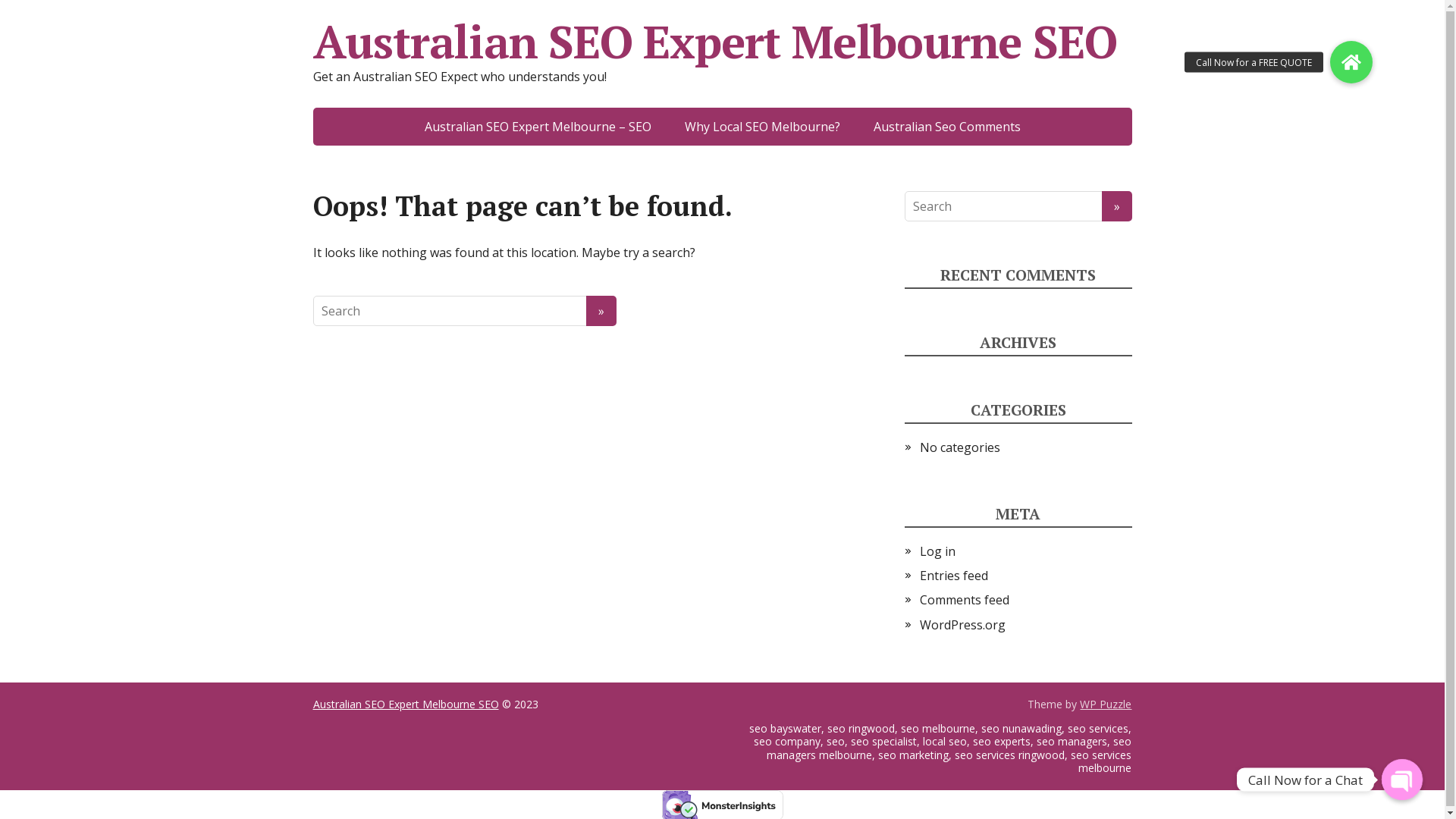 The height and width of the screenshot is (819, 1456). What do you see at coordinates (936, 551) in the screenshot?
I see `'Log in'` at bounding box center [936, 551].